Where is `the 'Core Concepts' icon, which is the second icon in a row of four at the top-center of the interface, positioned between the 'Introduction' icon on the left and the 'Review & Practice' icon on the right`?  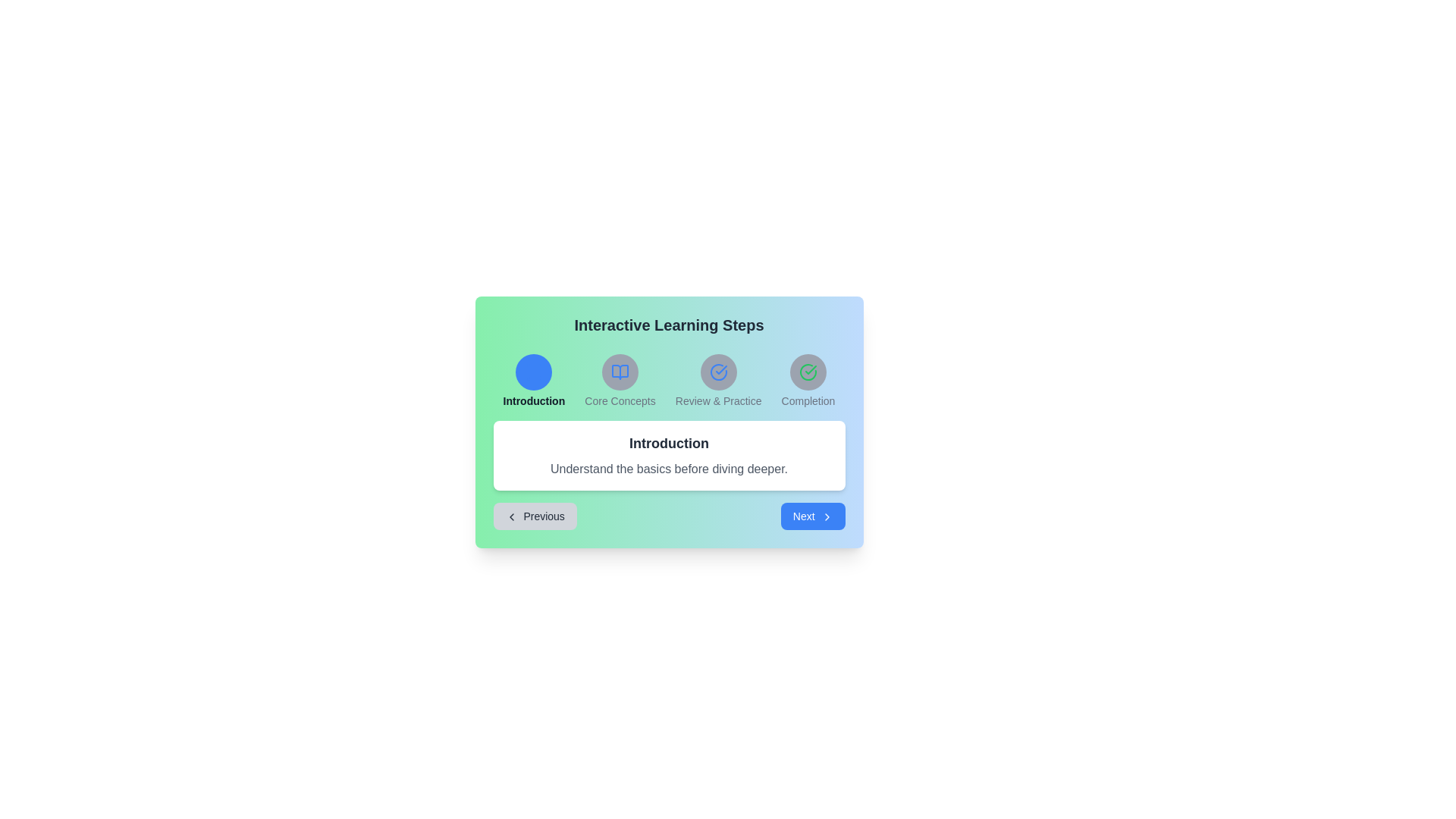
the 'Core Concepts' icon, which is the second icon in a row of four at the top-center of the interface, positioned between the 'Introduction' icon on the left and the 'Review & Practice' icon on the right is located at coordinates (620, 372).